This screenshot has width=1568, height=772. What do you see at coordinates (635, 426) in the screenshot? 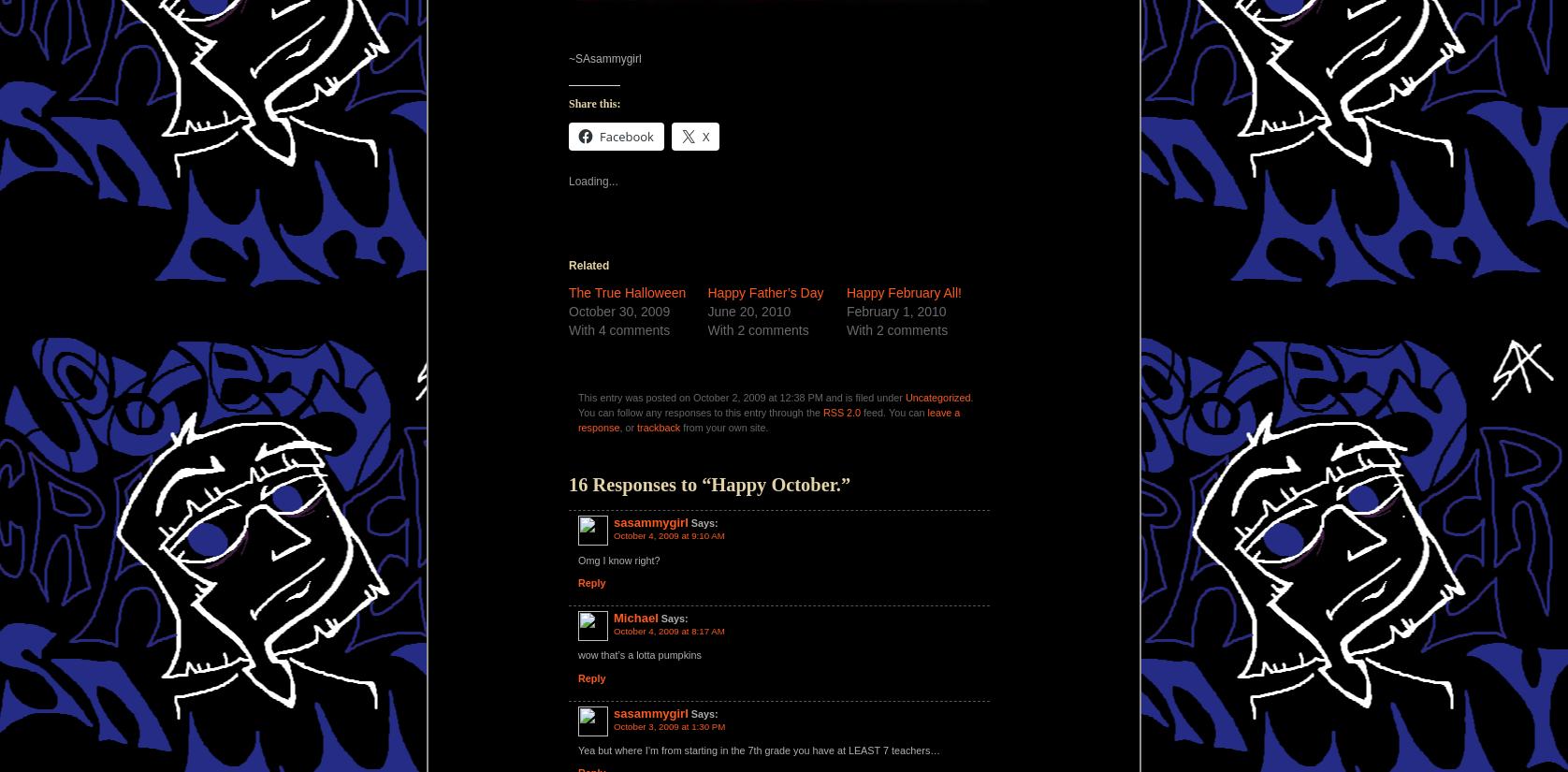
I see `'trackback'` at bounding box center [635, 426].